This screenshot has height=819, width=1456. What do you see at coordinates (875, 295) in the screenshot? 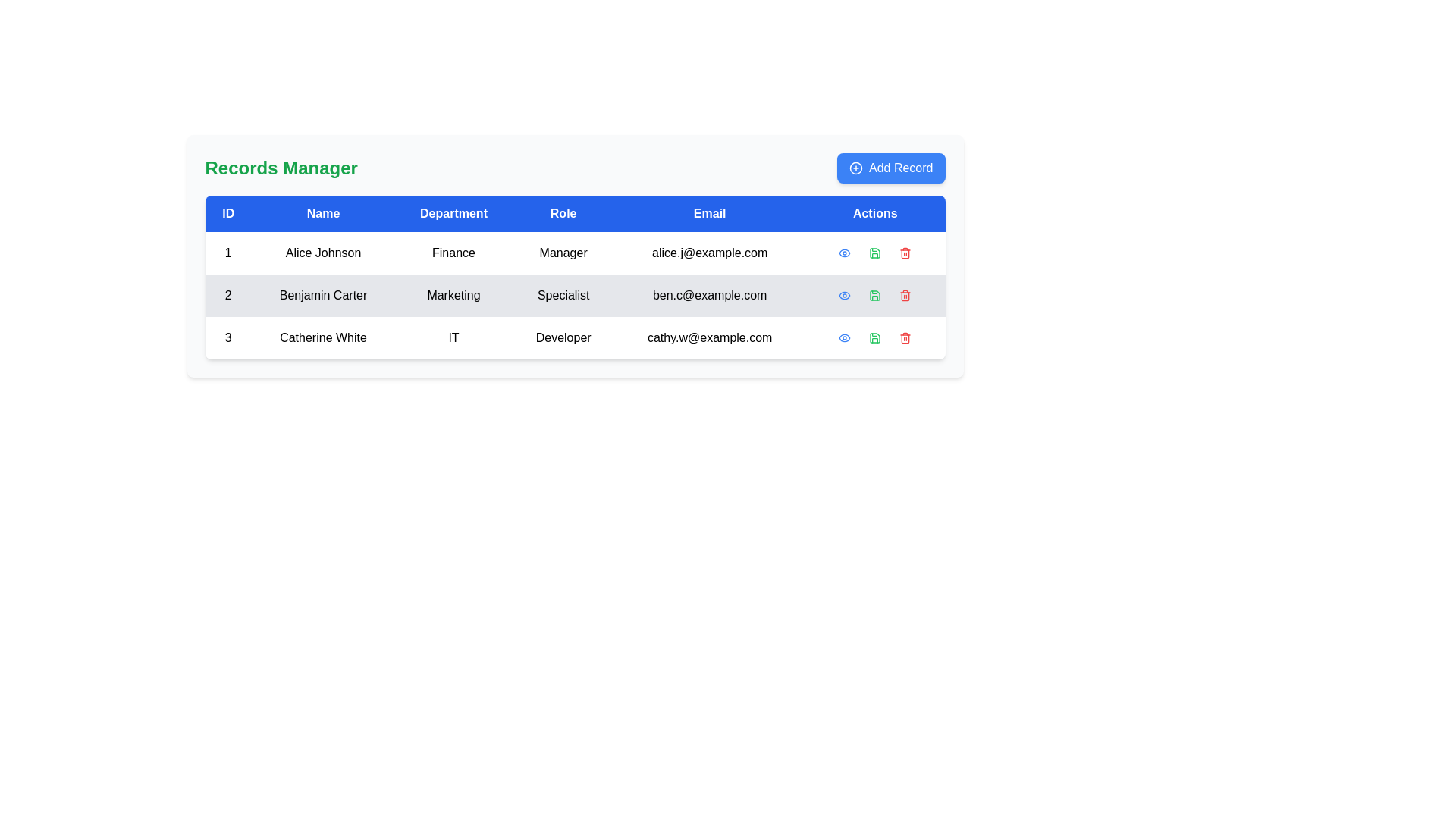
I see `the small rounded button with a save icon located` at bounding box center [875, 295].